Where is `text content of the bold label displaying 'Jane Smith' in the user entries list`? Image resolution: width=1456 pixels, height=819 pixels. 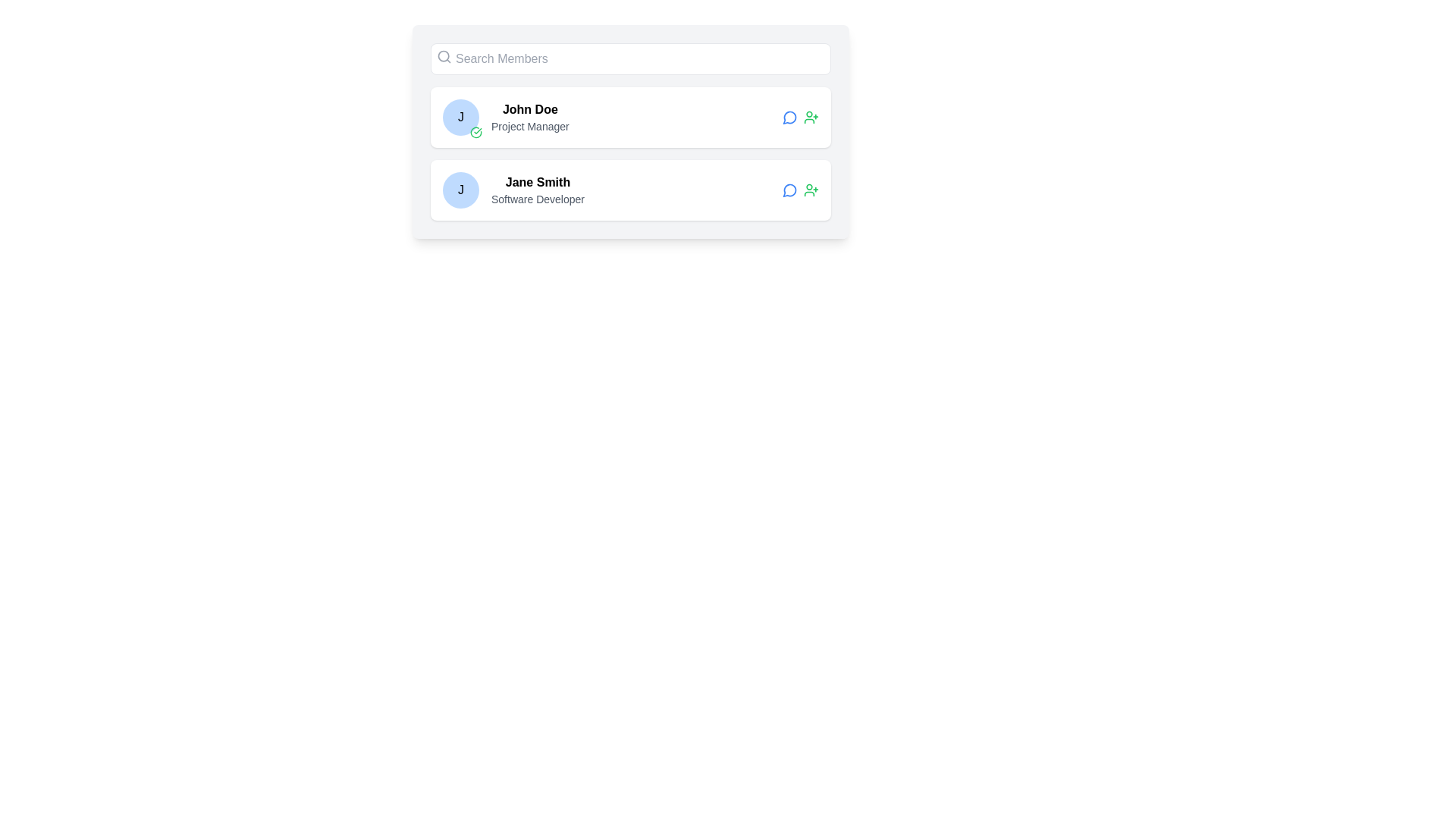 text content of the bold label displaying 'Jane Smith' in the user entries list is located at coordinates (538, 181).